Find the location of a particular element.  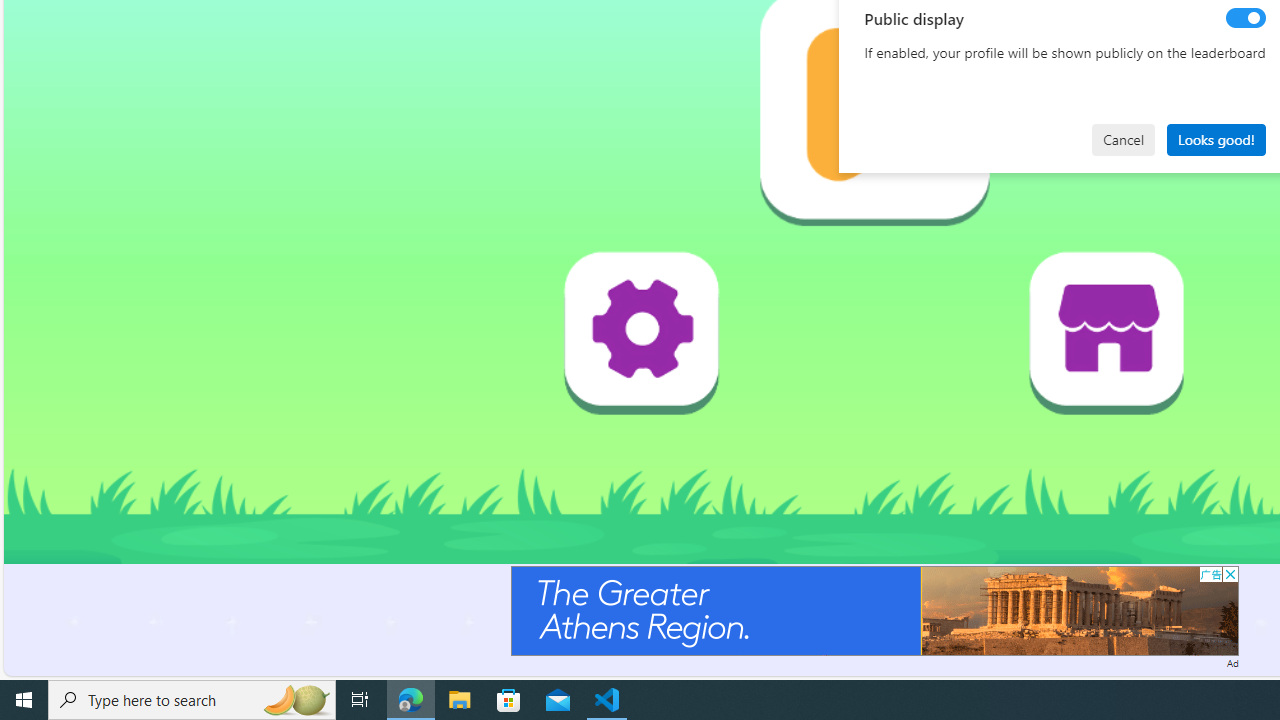

'Advertisement' is located at coordinates (874, 609).